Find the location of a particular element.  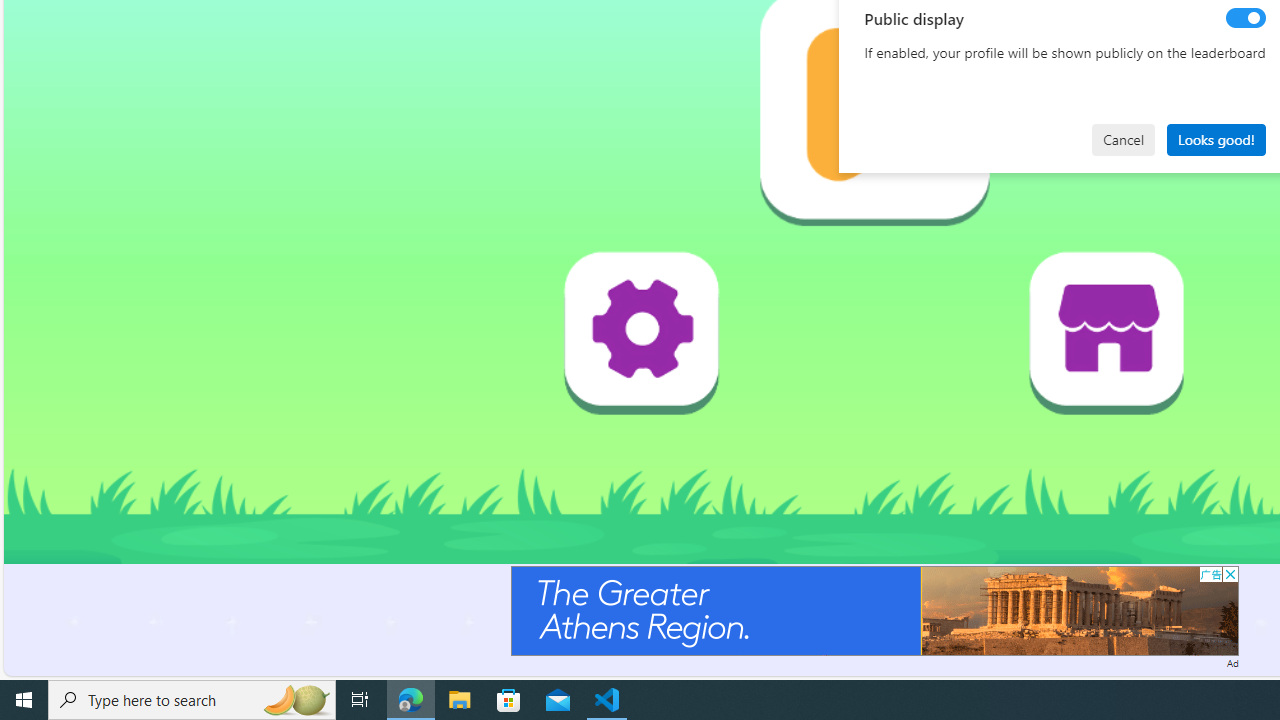

'Advertisement' is located at coordinates (874, 609).